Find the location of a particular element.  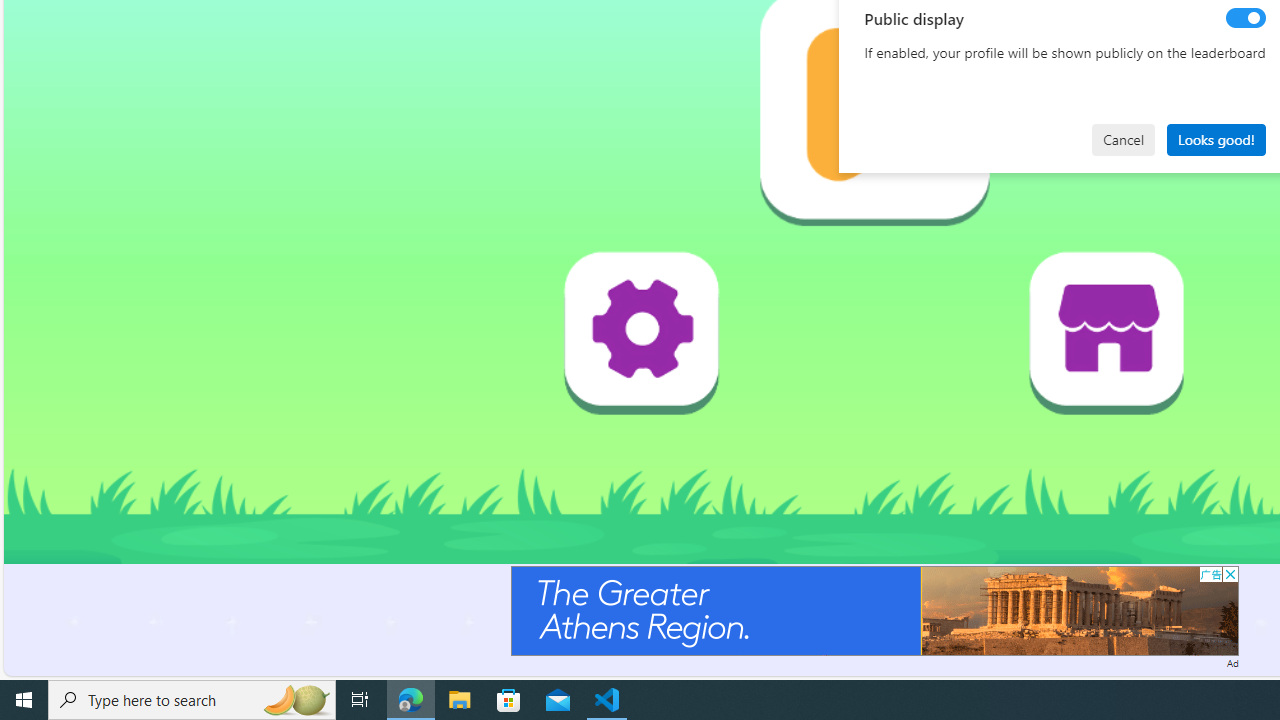

'Advertisement' is located at coordinates (874, 609).